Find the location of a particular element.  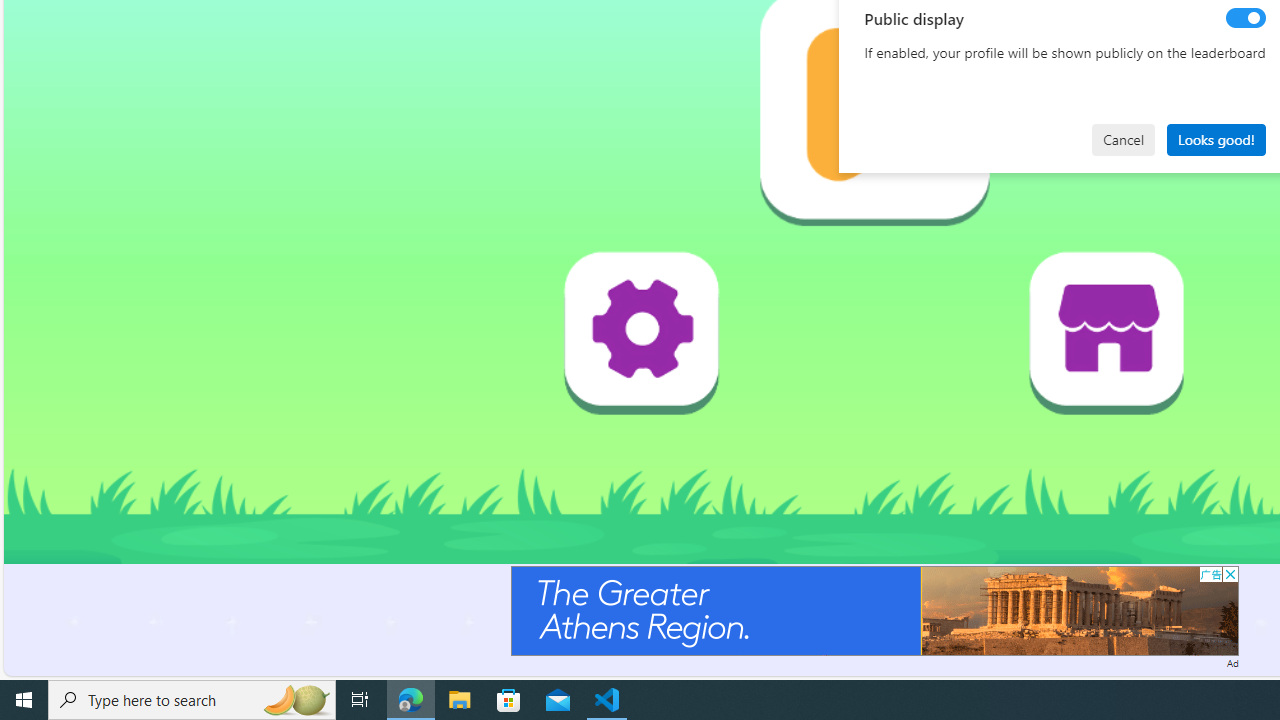

'Advertisement' is located at coordinates (874, 609).